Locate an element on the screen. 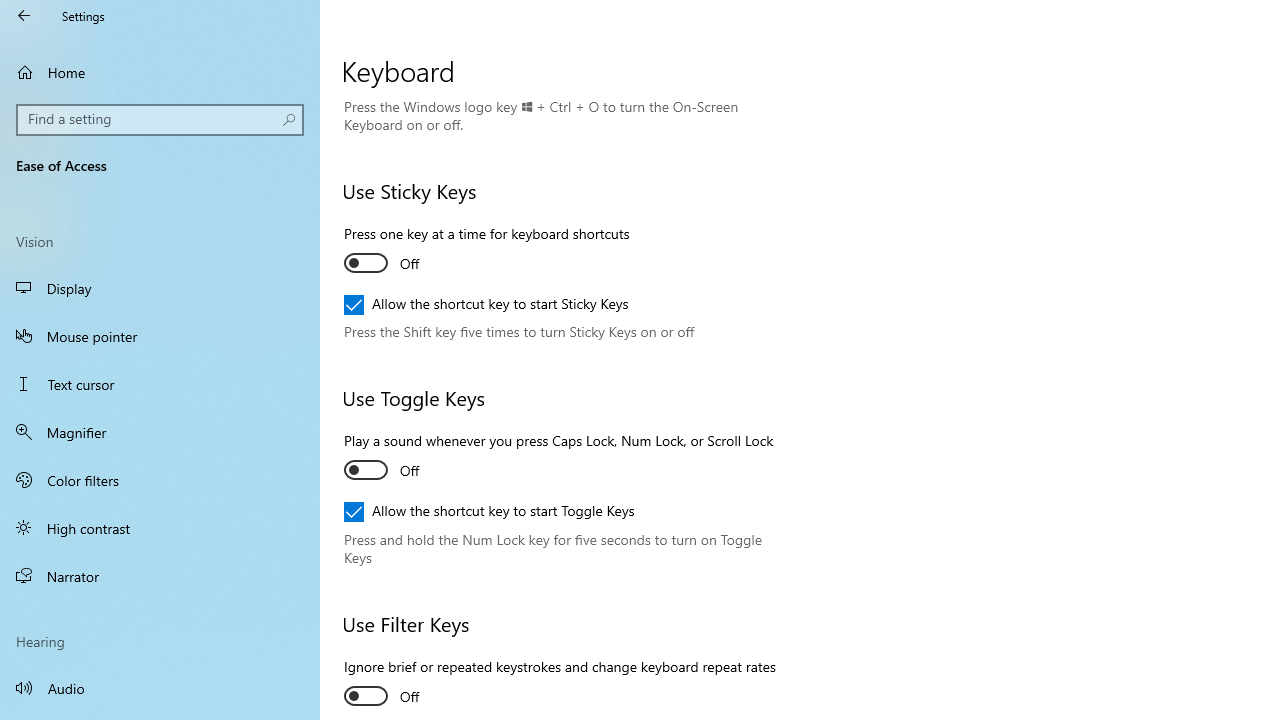 The height and width of the screenshot is (720, 1280). 'High contrast' is located at coordinates (160, 527).